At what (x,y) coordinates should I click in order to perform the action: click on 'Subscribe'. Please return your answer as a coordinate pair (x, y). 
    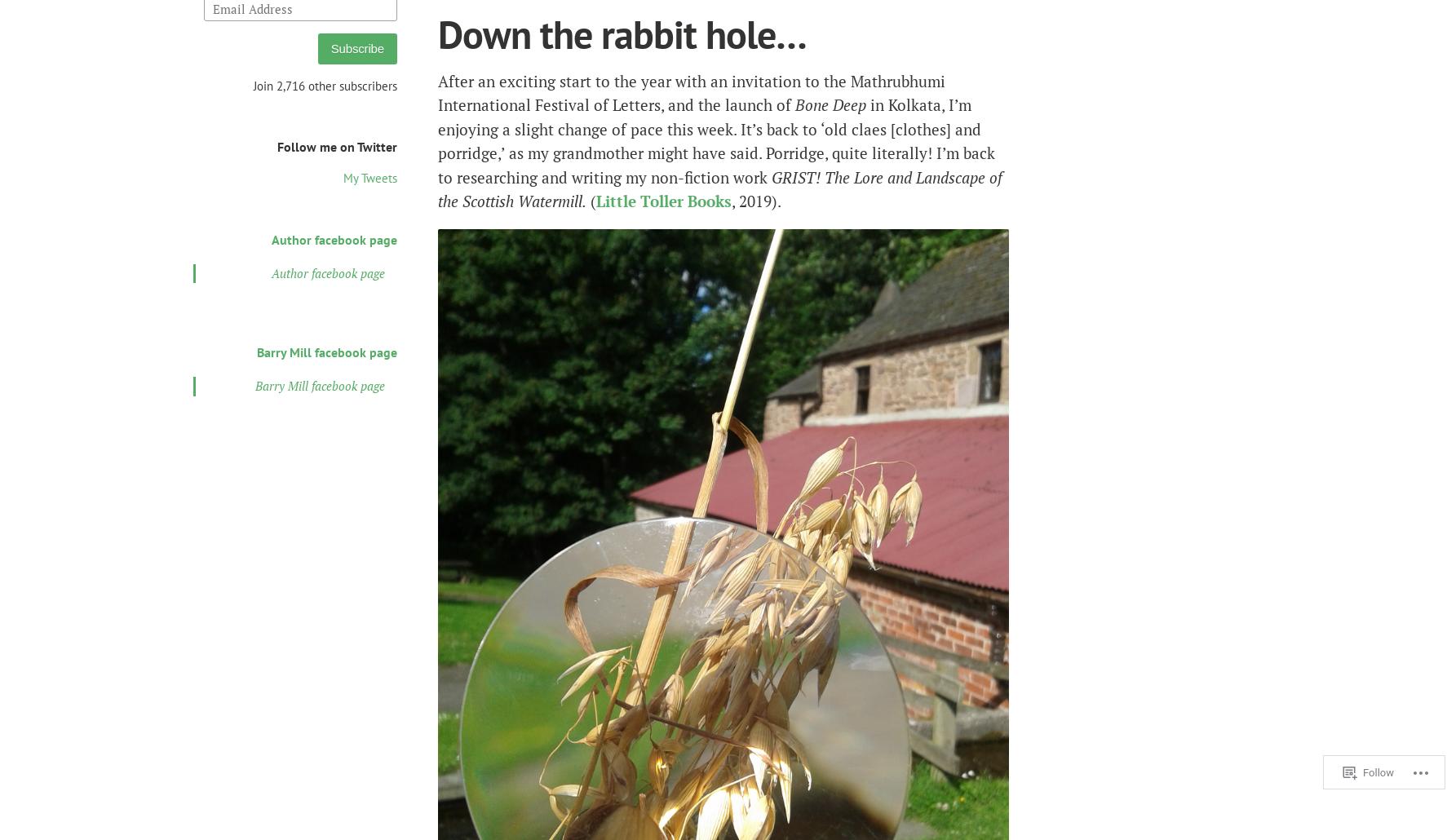
    Looking at the image, I should click on (356, 47).